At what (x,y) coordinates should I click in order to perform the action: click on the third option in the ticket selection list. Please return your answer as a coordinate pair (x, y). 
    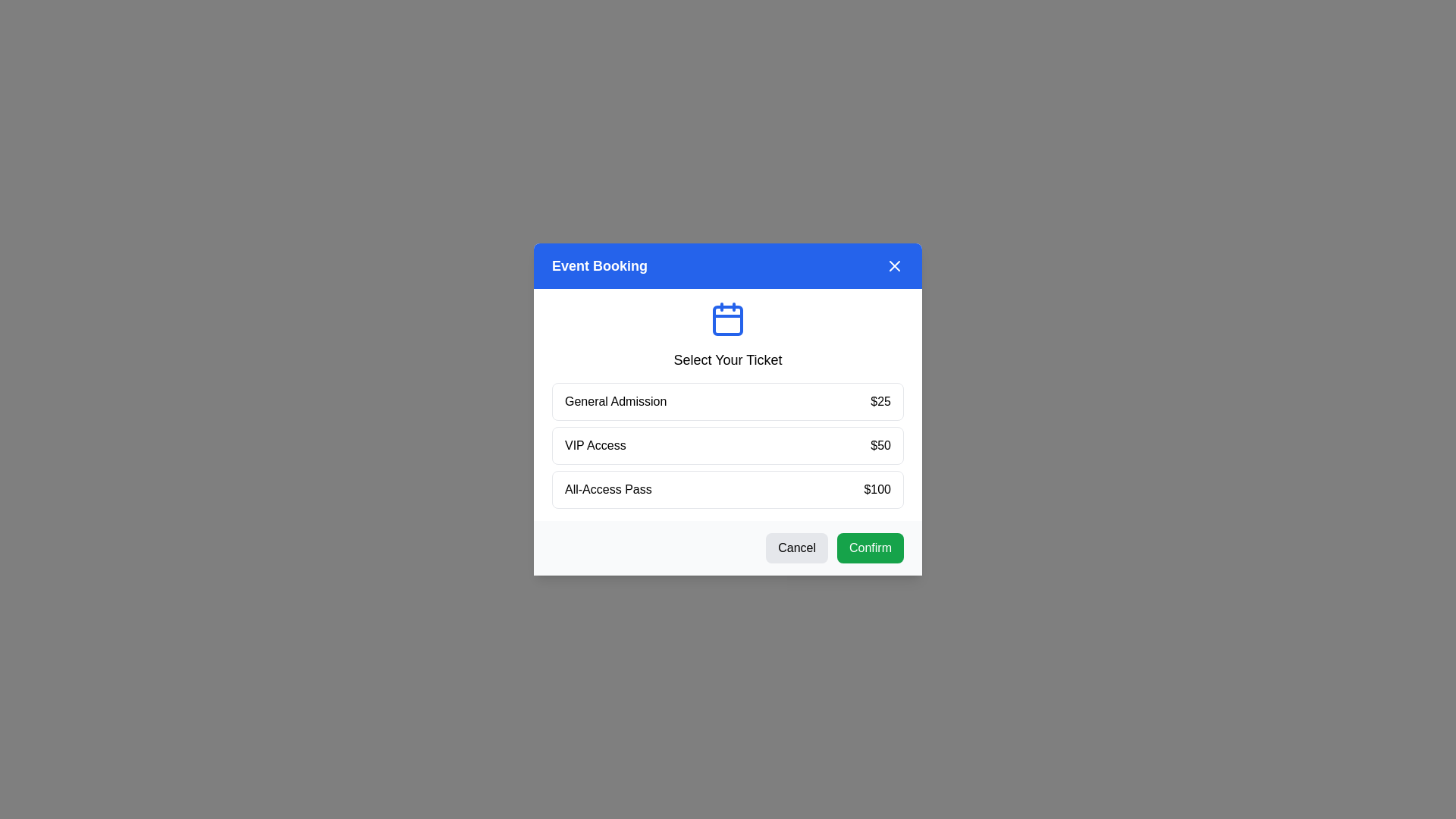
    Looking at the image, I should click on (728, 489).